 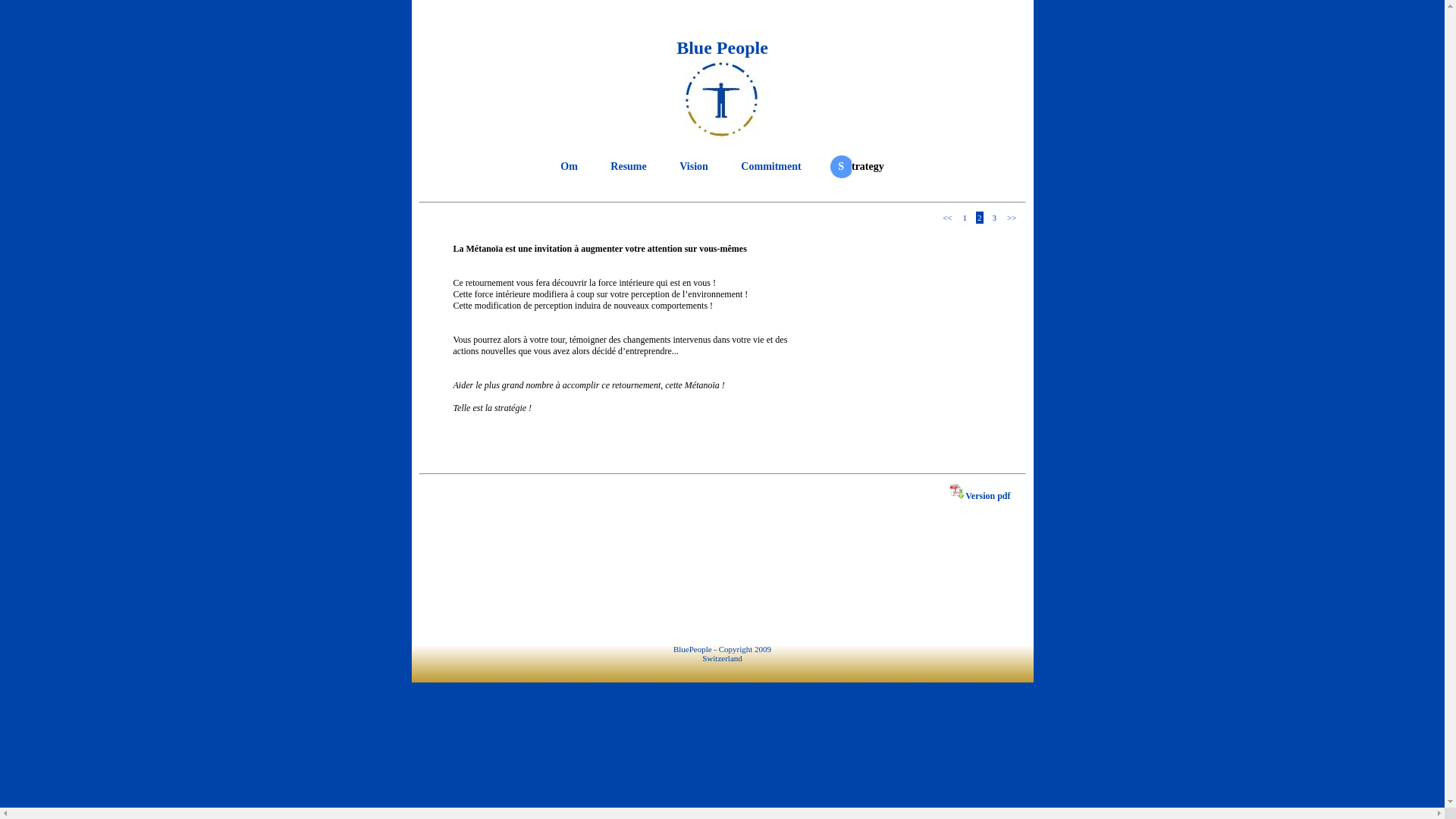 I want to click on '2', so click(x=979, y=217).